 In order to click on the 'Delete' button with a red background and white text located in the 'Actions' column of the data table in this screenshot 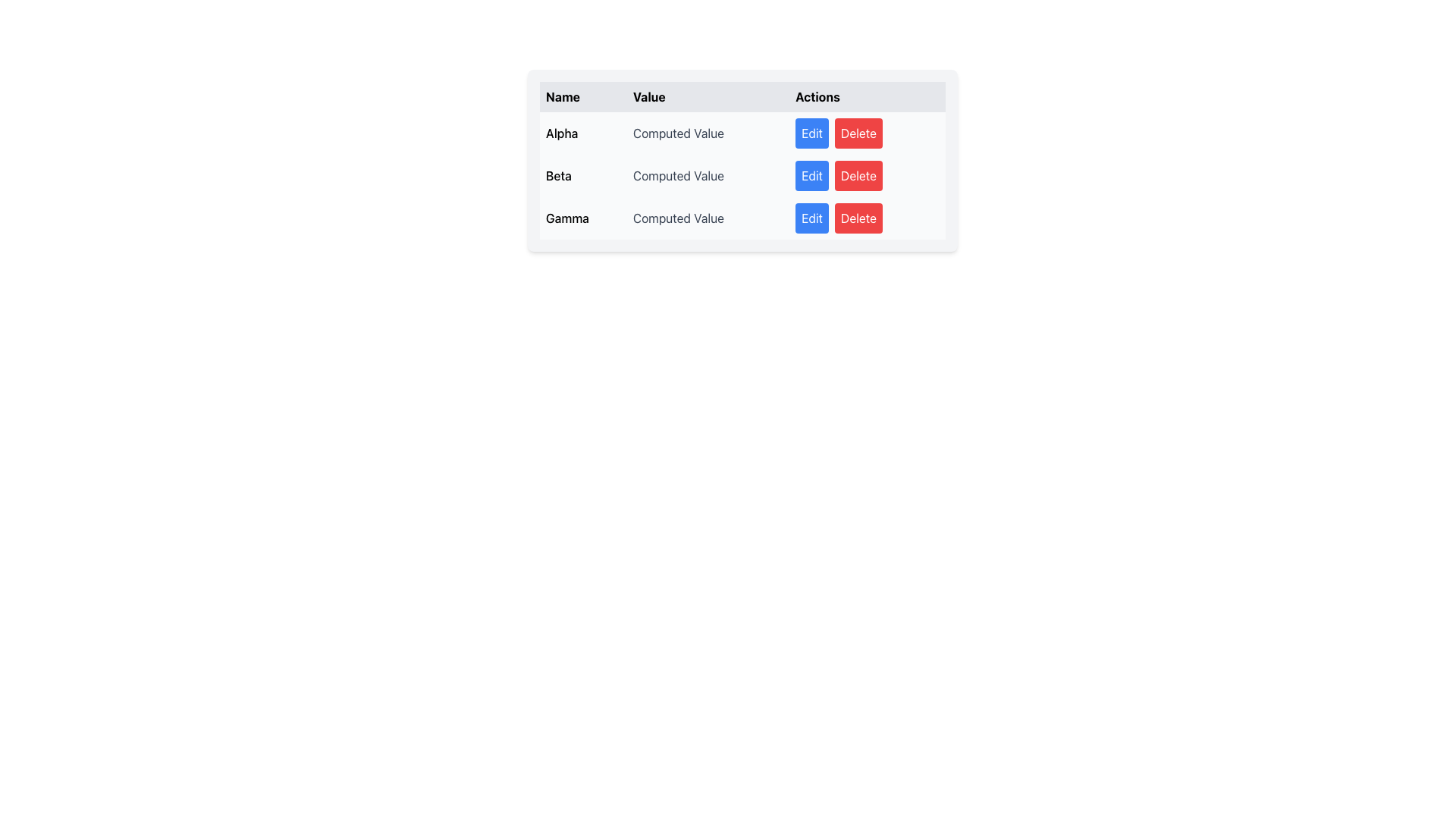, I will do `click(858, 218)`.